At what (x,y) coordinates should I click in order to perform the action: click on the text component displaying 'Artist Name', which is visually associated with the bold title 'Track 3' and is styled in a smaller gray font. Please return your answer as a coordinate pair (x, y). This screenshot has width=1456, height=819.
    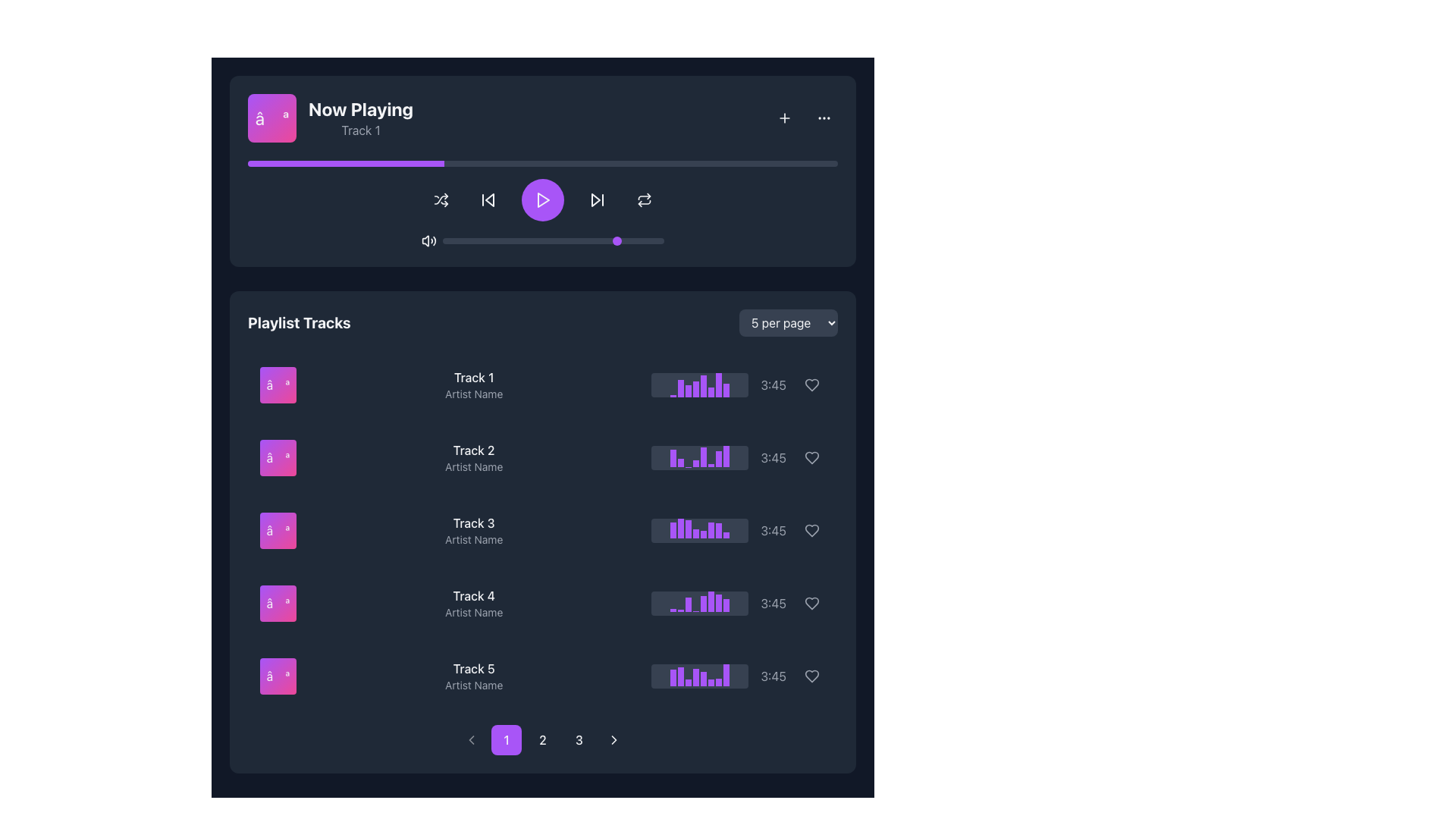
    Looking at the image, I should click on (473, 539).